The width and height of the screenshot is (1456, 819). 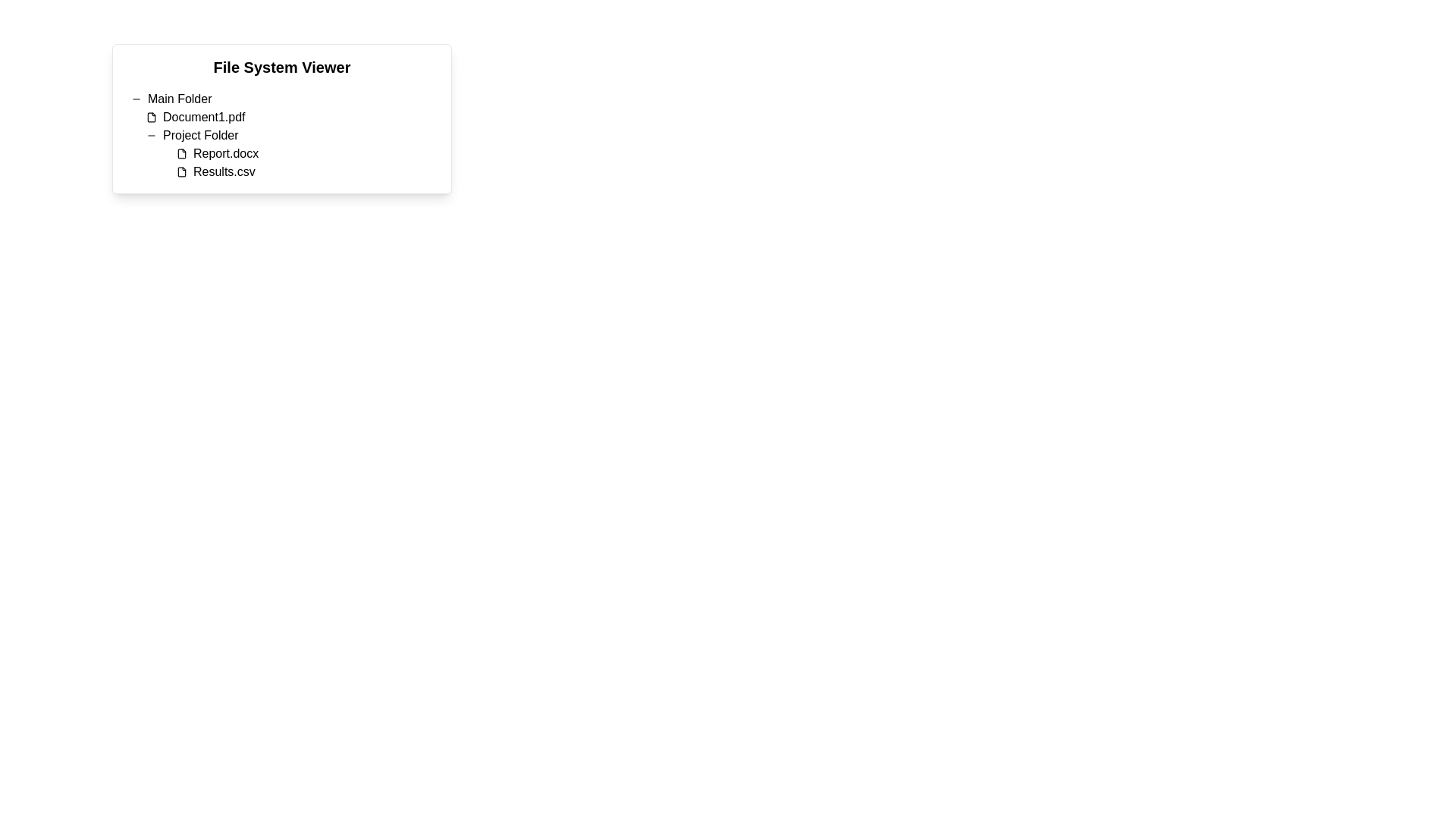 I want to click on the text label displaying 'Report.docx', so click(x=225, y=154).